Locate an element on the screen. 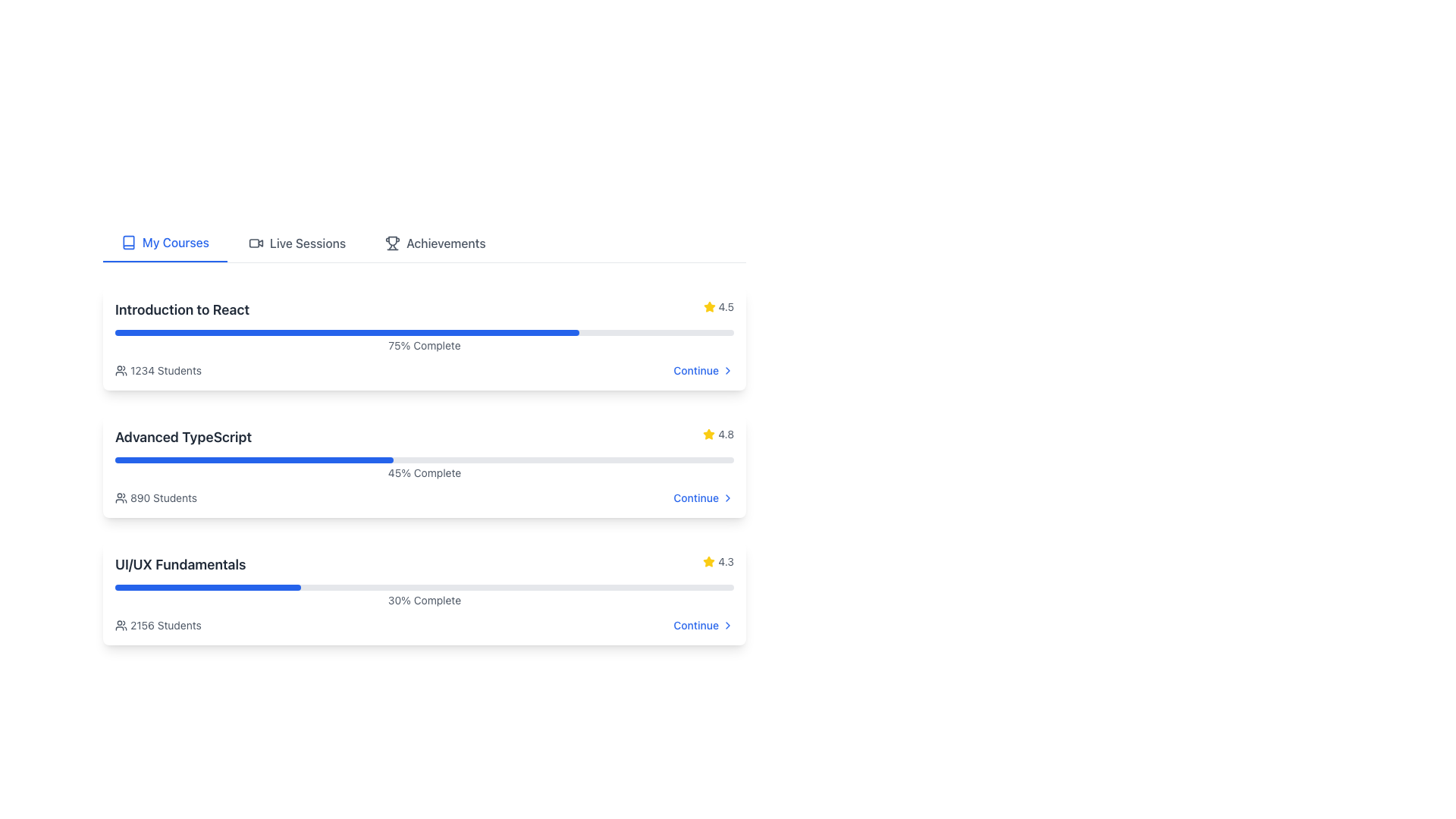  the right-pointing chevron icon button located at the rightmost edge of the 'Continue' text in the 'Introduction to React' section for accessibility is located at coordinates (728, 371).